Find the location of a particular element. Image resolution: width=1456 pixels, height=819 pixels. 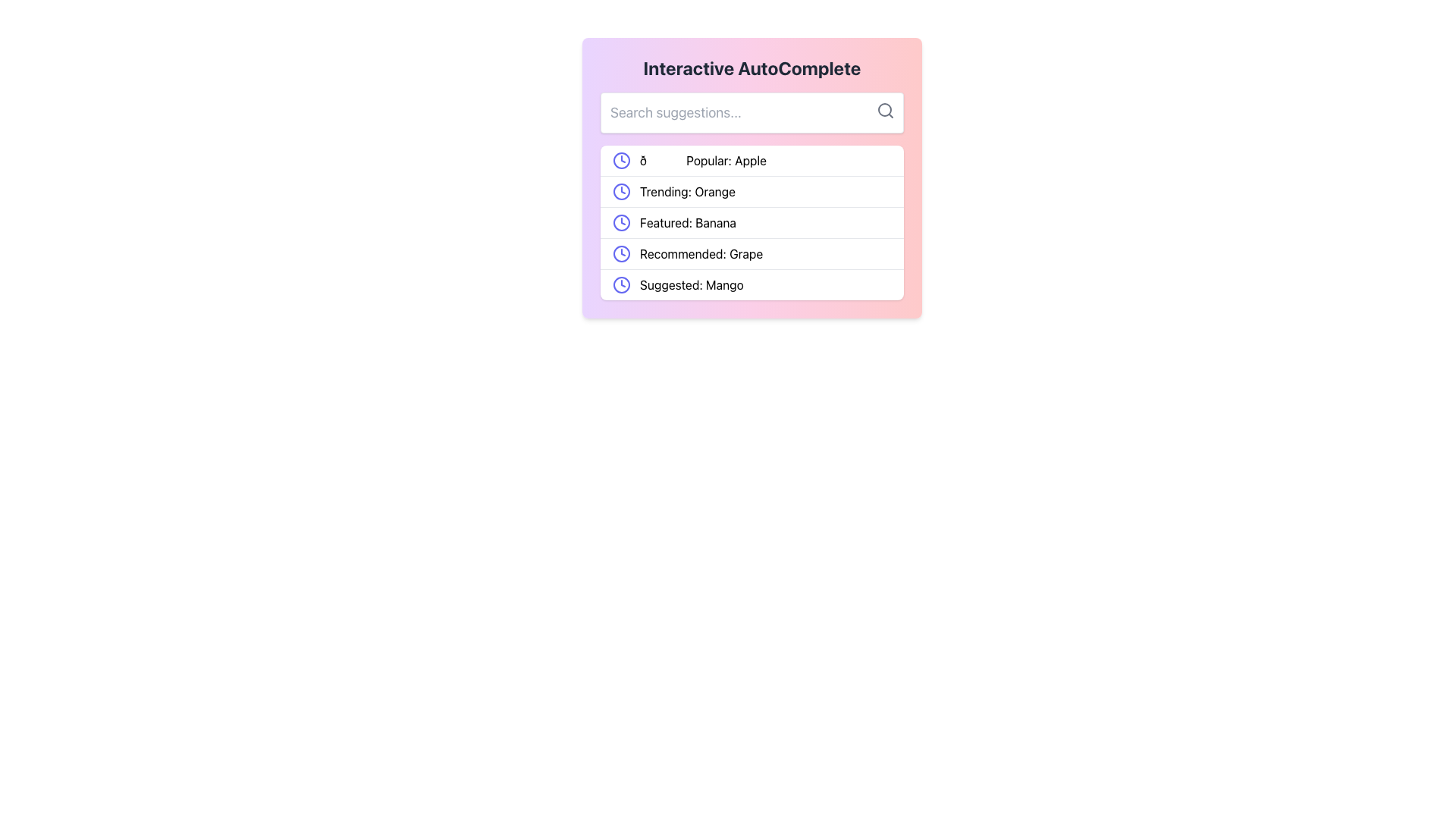

the list item labeled 'Featured: Banana', which is the third item in a dropdown list is located at coordinates (752, 222).